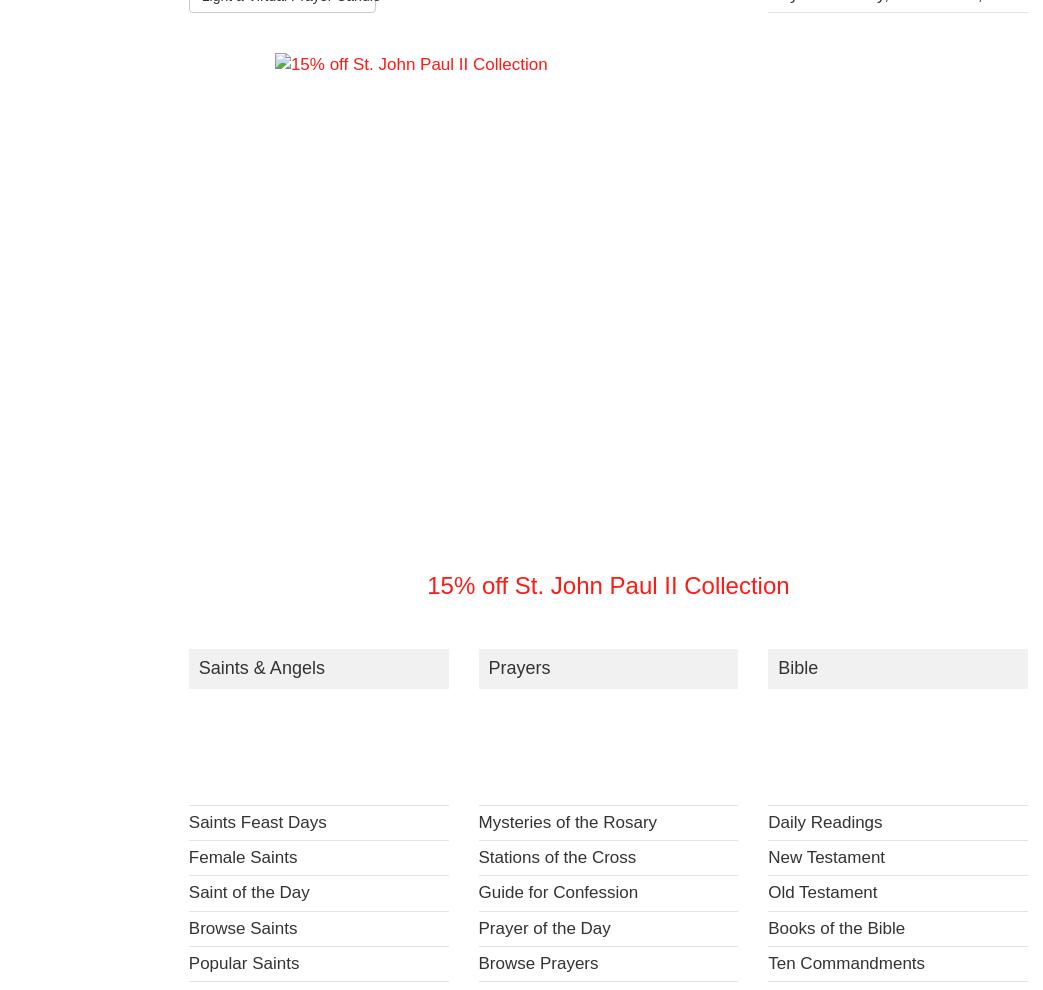 The width and height of the screenshot is (1043, 990). Describe the element at coordinates (766, 857) in the screenshot. I see `'New Testament'` at that location.